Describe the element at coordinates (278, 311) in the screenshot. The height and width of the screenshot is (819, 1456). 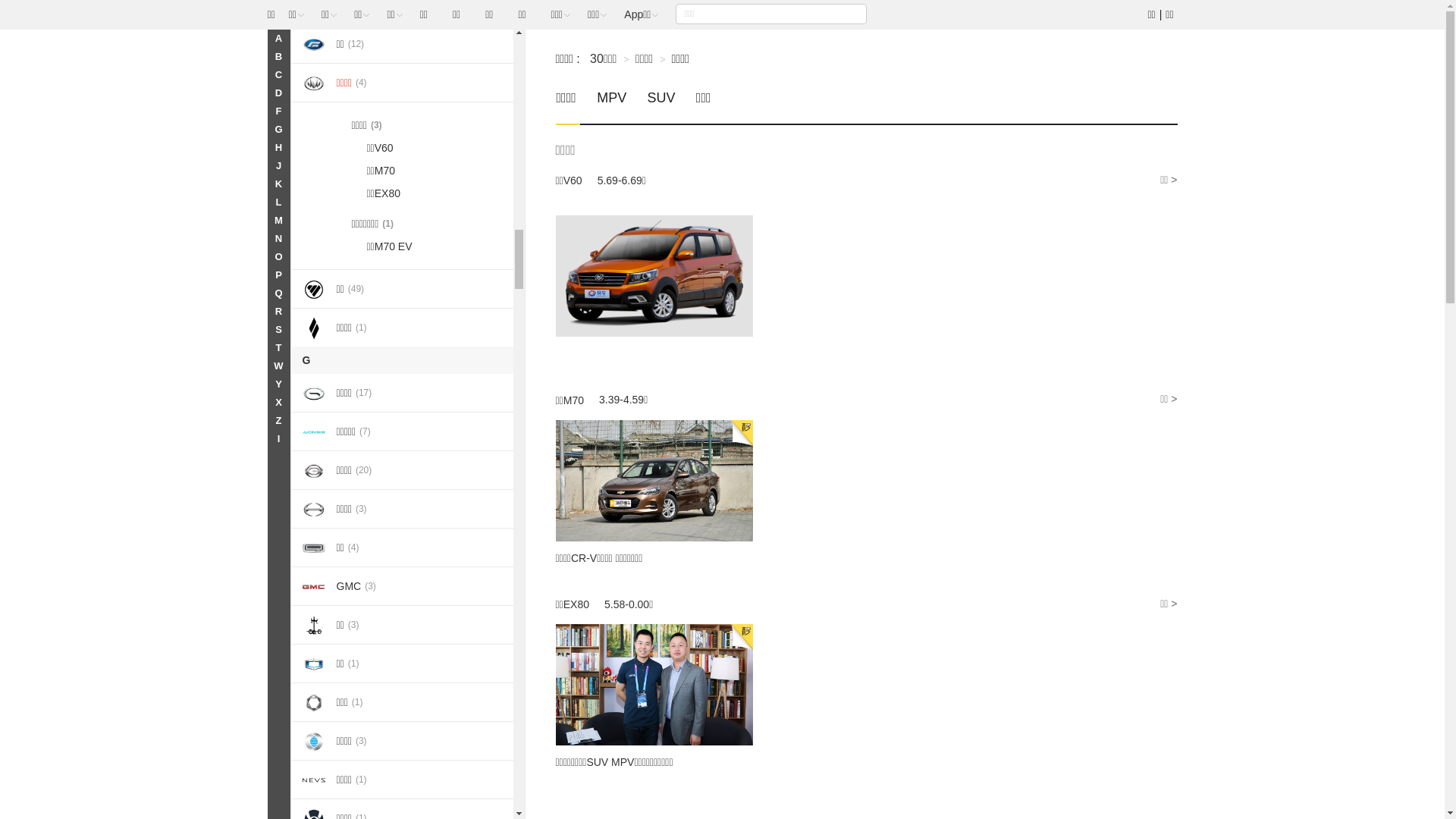
I see `'R'` at that location.